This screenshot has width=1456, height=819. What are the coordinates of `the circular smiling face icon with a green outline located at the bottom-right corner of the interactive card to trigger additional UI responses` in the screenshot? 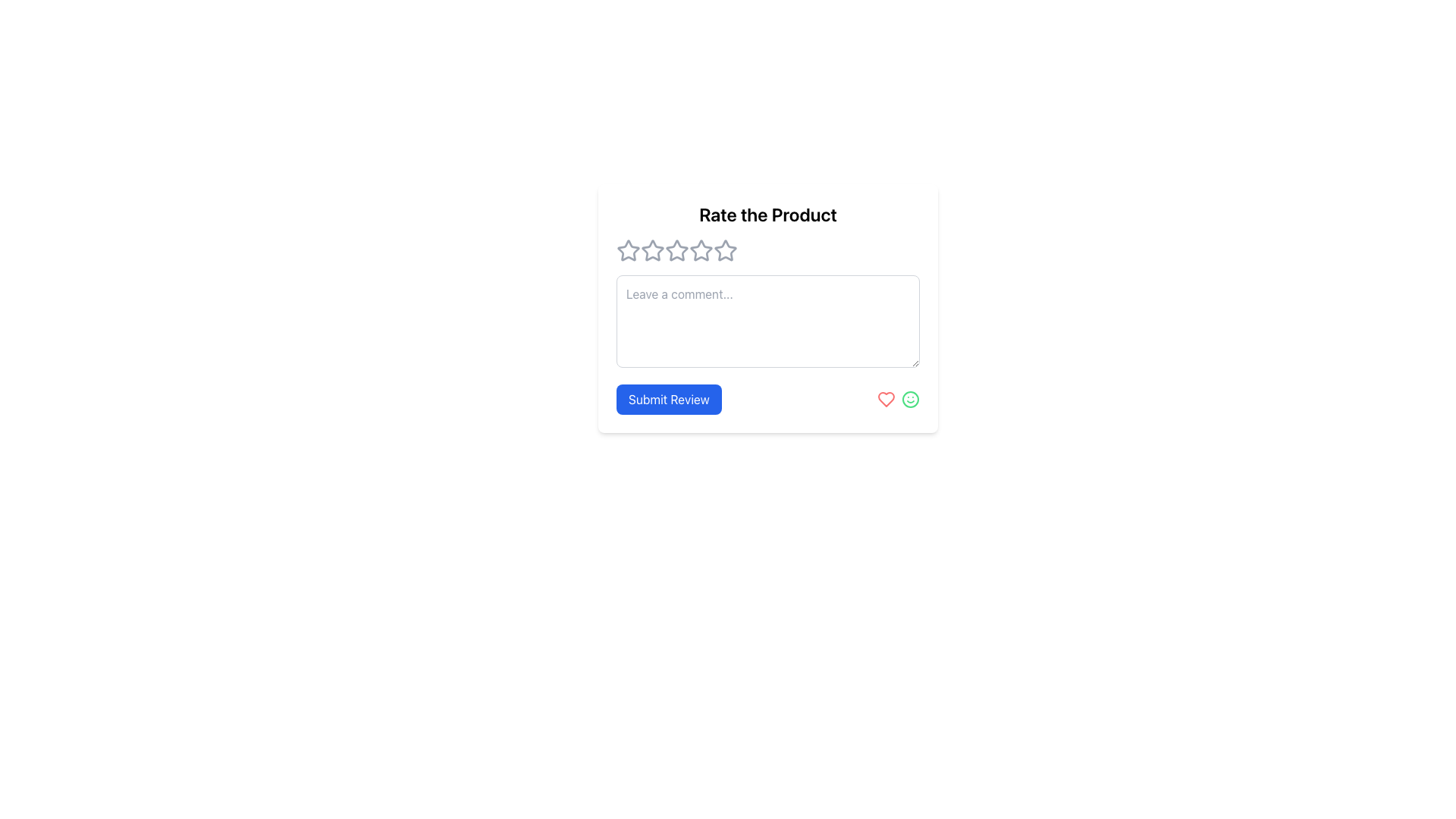 It's located at (910, 399).